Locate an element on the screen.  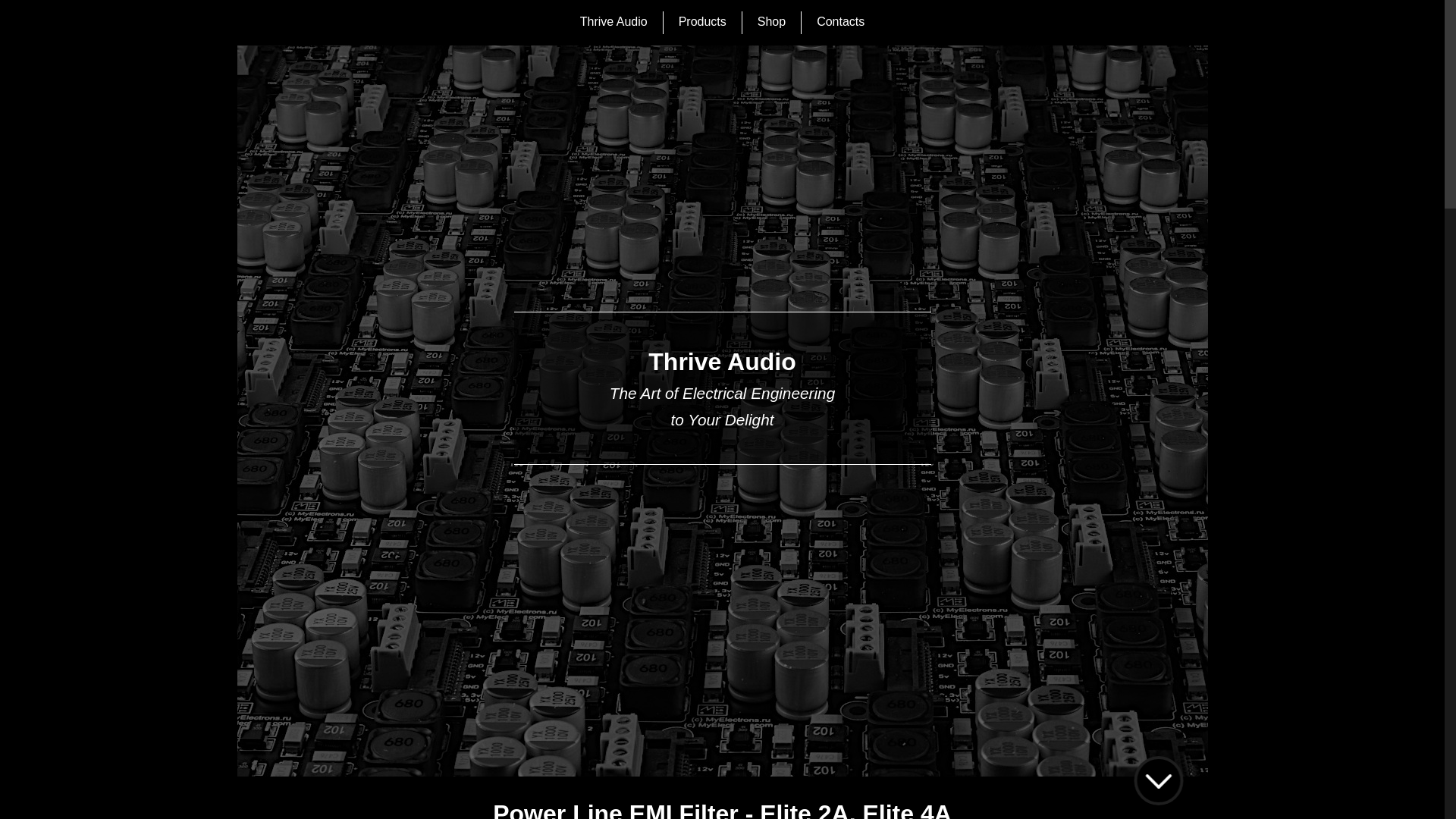
'Thrive Audio' is located at coordinates (613, 23).